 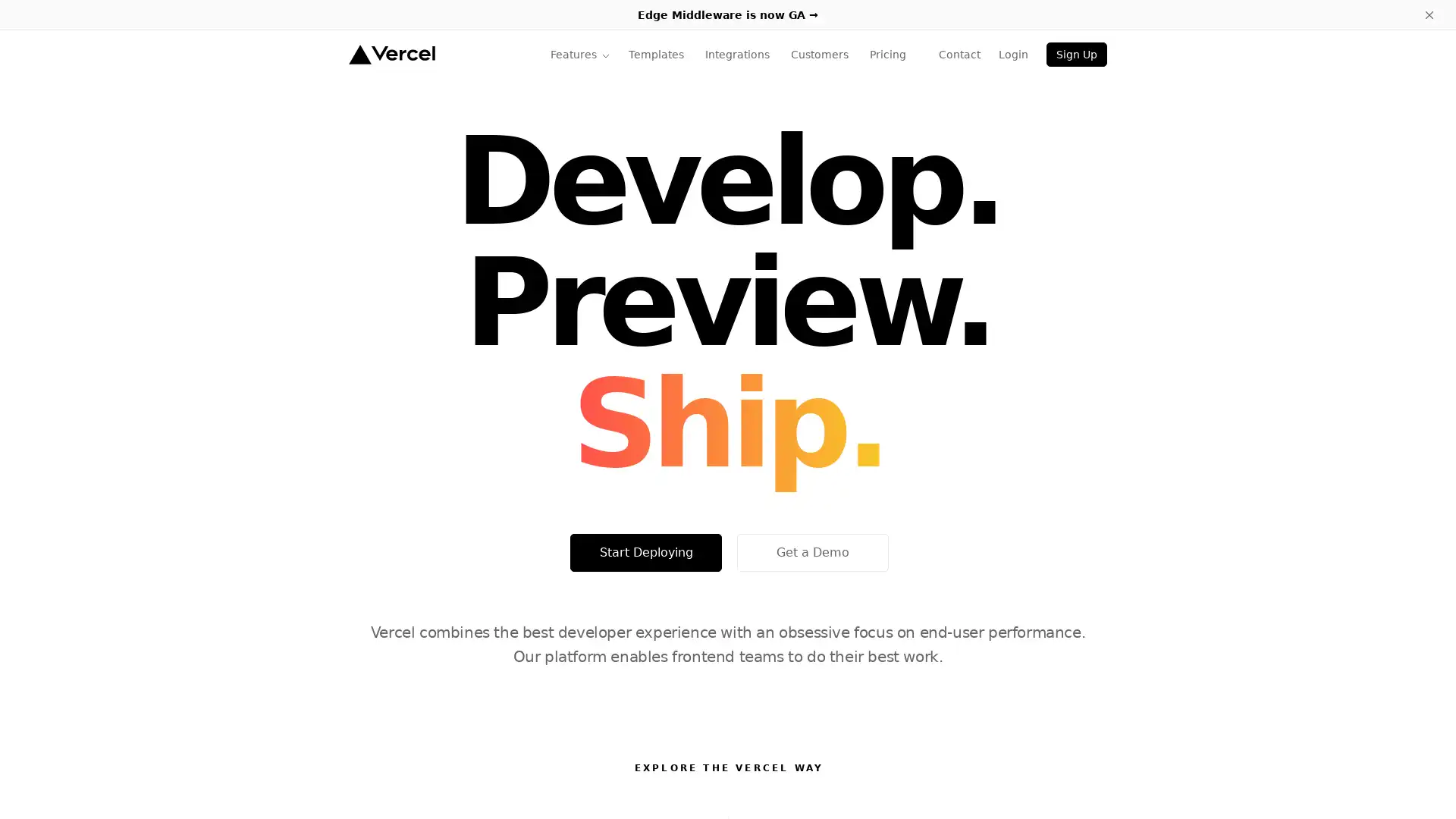 I want to click on home, so click(x=391, y=54).